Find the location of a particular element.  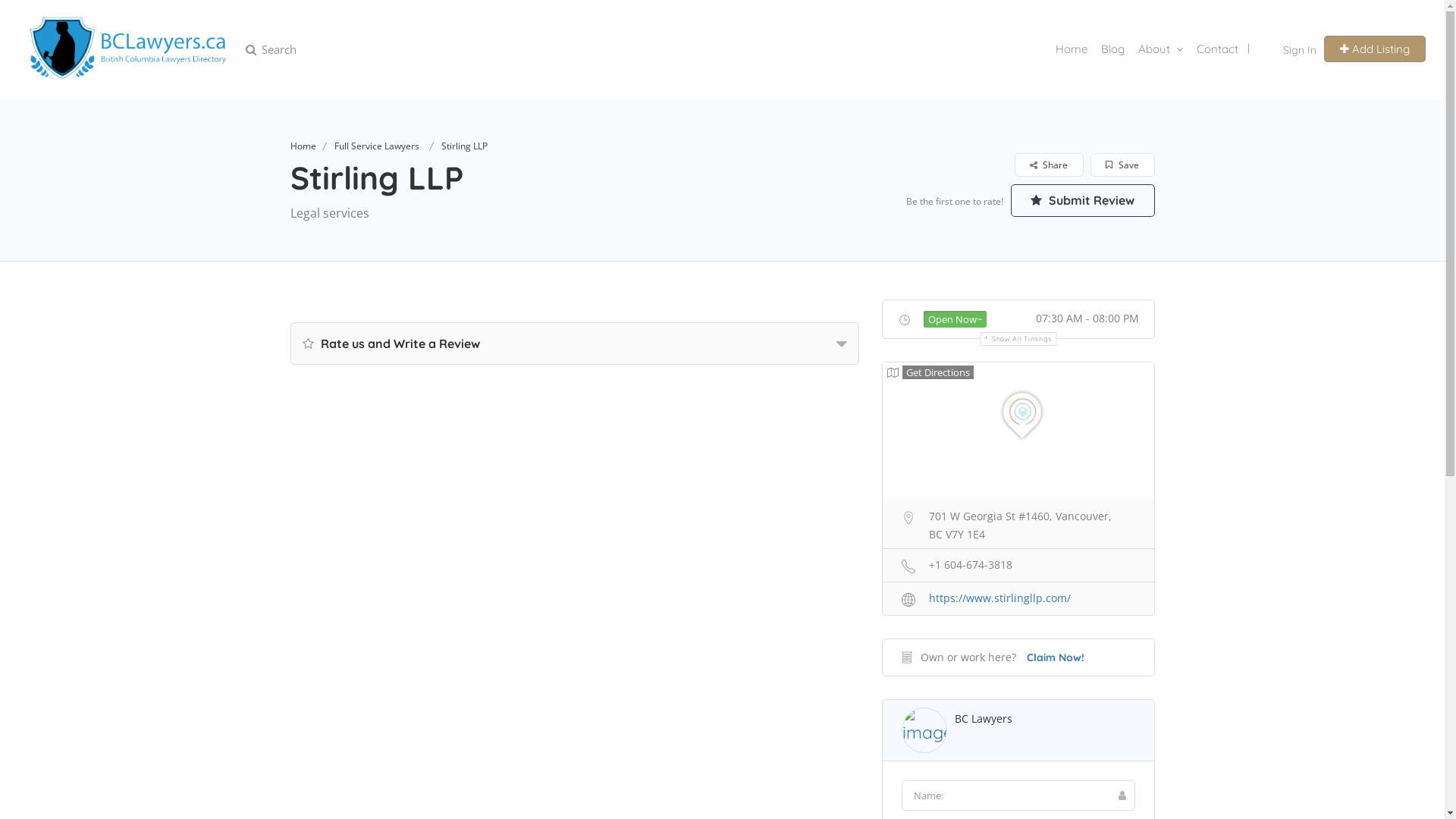

'Sign In' is located at coordinates (1298, 49).